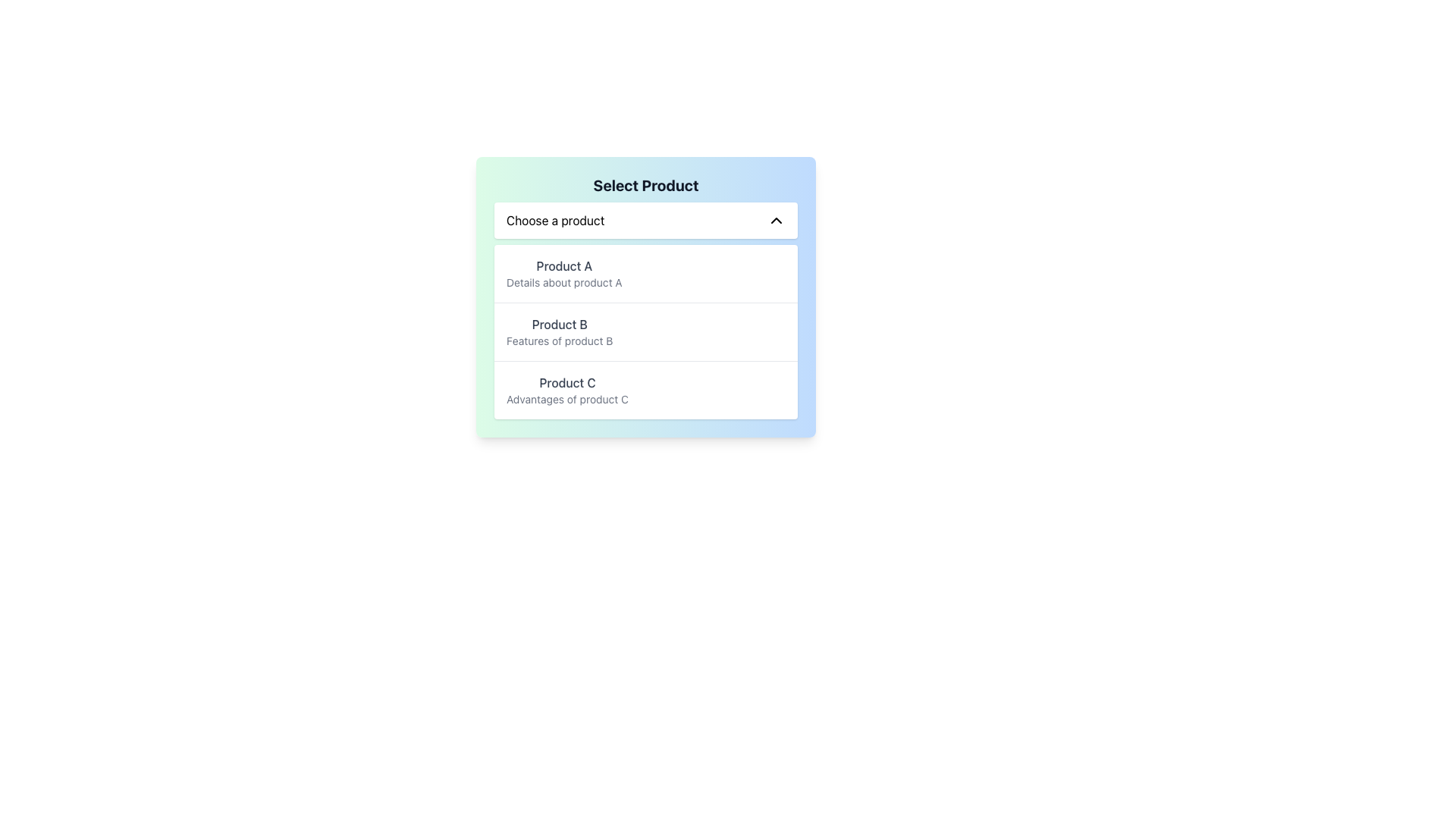 The width and height of the screenshot is (1456, 819). What do you see at coordinates (554, 220) in the screenshot?
I see `the text label that says 'Choose a product', which is located in the upper section of the dropdown menu, to the left of the downward-facing chevron icon` at bounding box center [554, 220].